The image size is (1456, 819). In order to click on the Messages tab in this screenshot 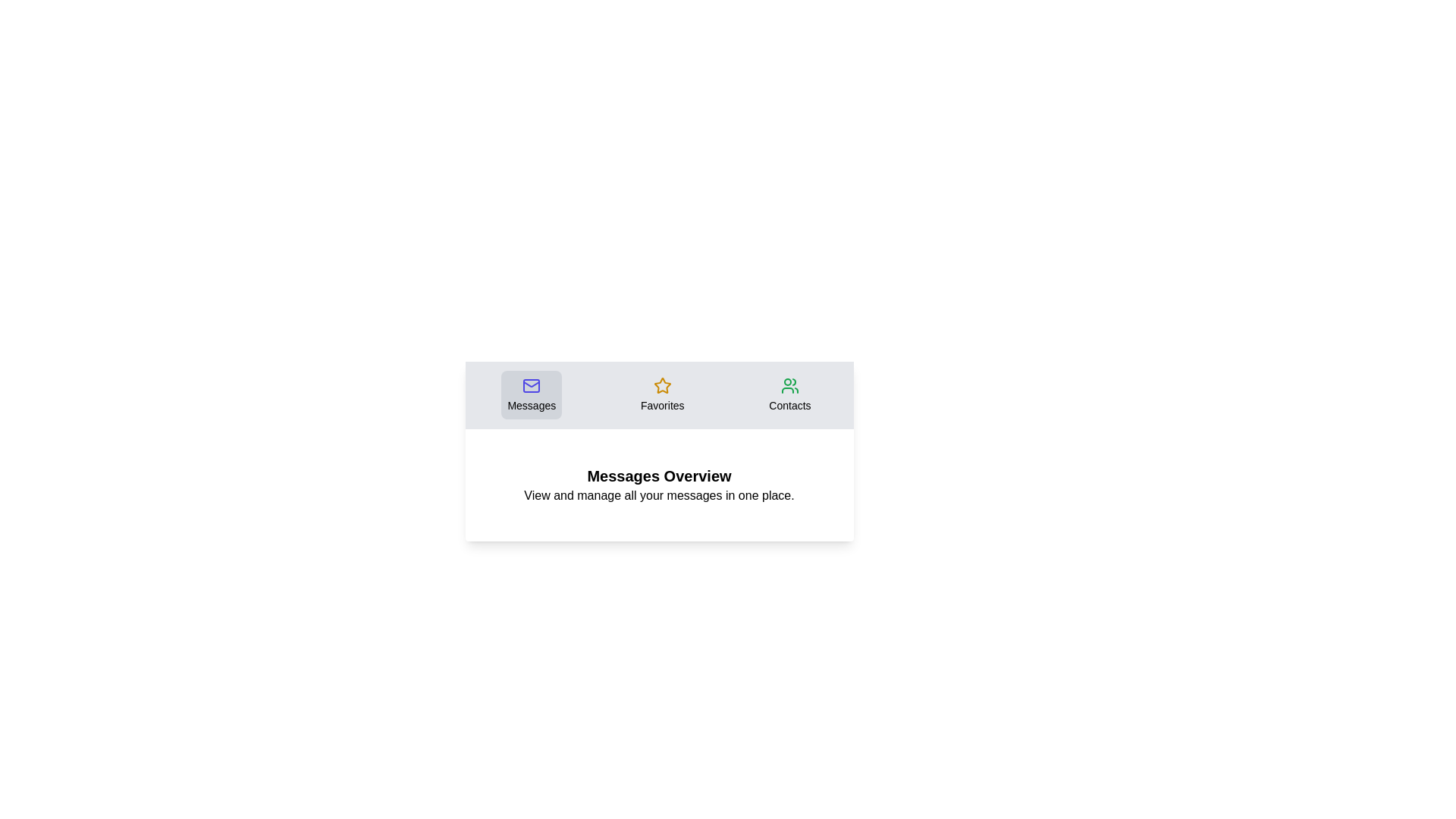, I will do `click(532, 394)`.